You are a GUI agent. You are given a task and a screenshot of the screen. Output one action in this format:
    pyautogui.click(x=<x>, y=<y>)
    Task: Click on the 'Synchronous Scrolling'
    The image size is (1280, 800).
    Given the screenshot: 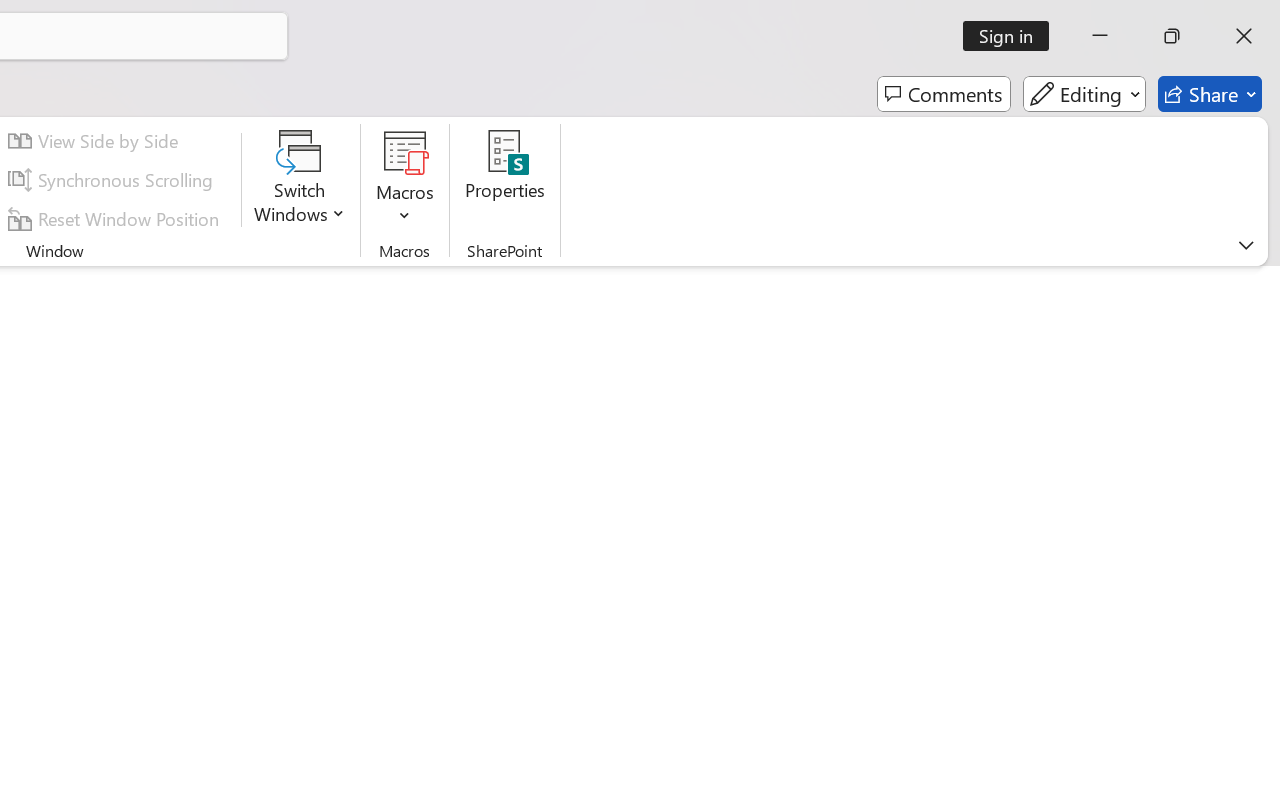 What is the action you would take?
    pyautogui.click(x=113, y=179)
    